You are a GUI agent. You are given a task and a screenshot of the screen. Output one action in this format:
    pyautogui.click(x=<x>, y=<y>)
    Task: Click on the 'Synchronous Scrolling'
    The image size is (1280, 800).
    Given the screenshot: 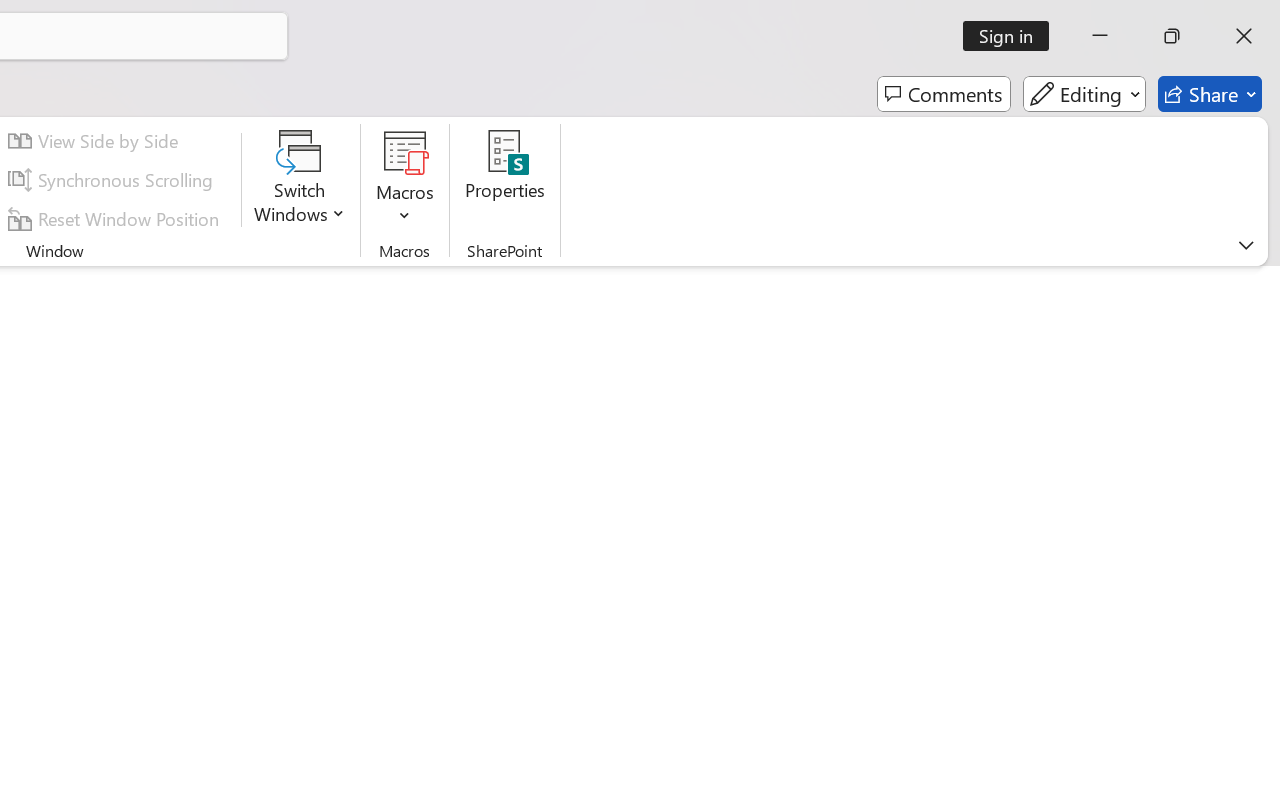 What is the action you would take?
    pyautogui.click(x=113, y=179)
    